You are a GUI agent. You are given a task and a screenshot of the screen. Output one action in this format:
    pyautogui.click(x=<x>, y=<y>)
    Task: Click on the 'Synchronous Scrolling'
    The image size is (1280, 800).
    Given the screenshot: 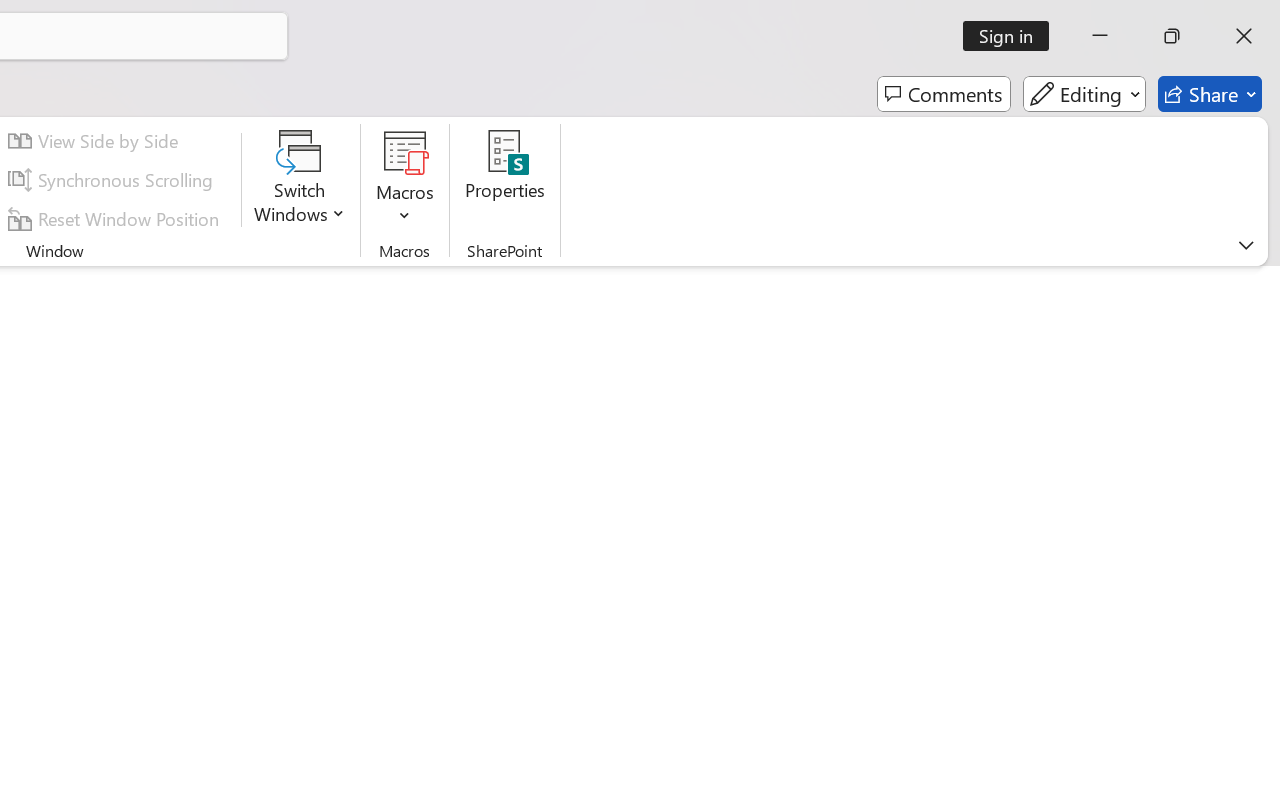 What is the action you would take?
    pyautogui.click(x=113, y=179)
    